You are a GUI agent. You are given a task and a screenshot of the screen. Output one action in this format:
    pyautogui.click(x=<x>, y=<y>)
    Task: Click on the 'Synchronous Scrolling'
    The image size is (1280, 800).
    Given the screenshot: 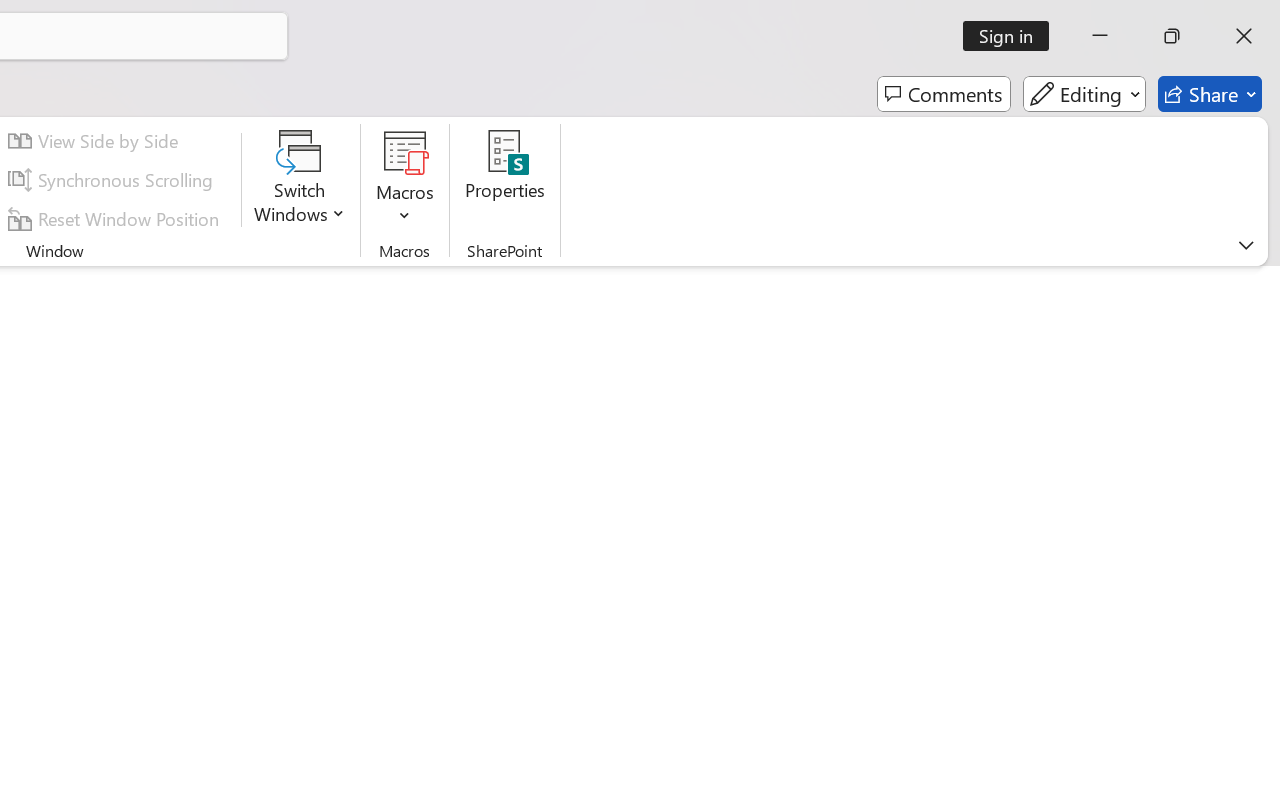 What is the action you would take?
    pyautogui.click(x=113, y=179)
    